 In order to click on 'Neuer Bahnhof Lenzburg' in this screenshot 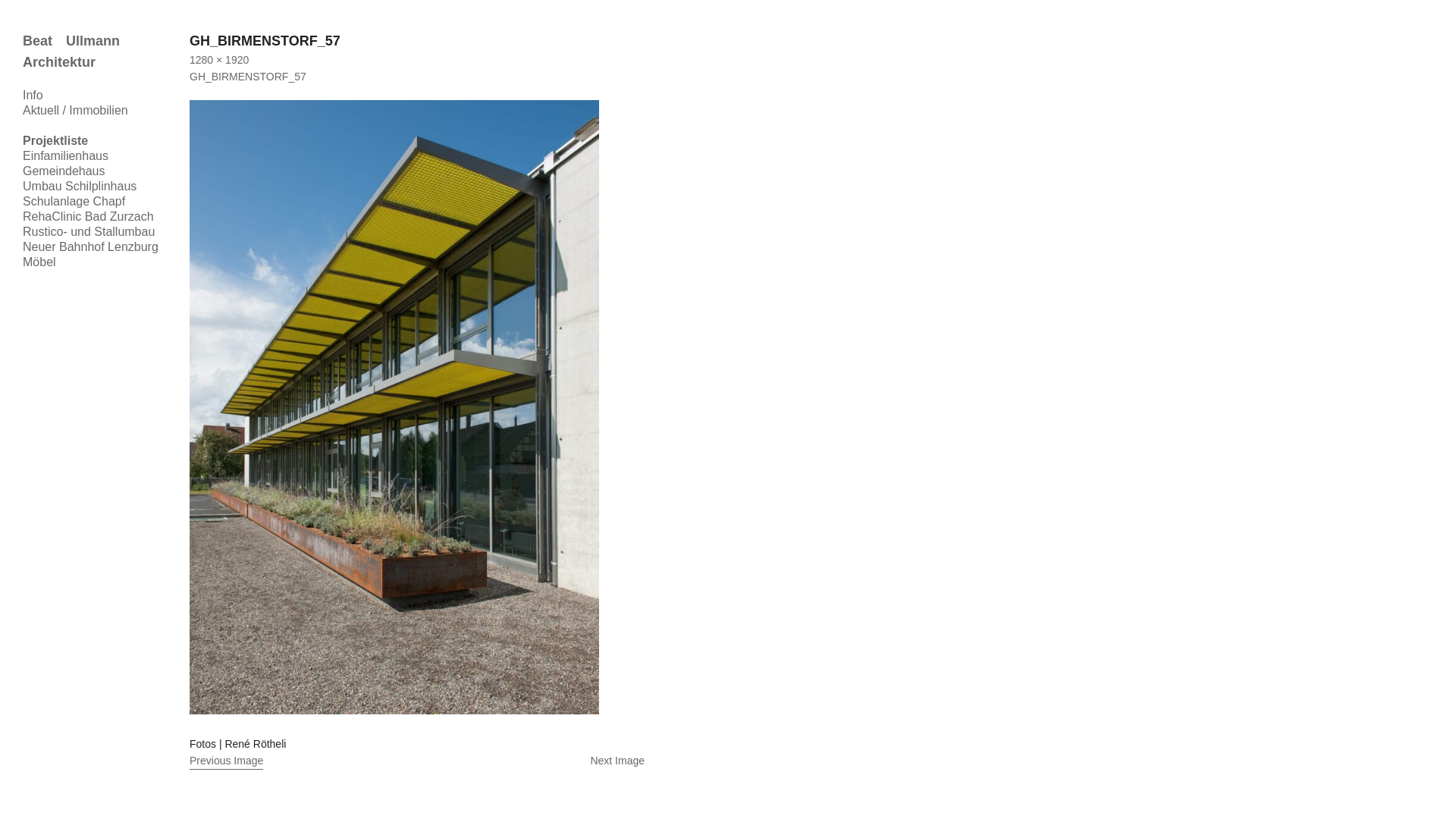, I will do `click(22, 246)`.